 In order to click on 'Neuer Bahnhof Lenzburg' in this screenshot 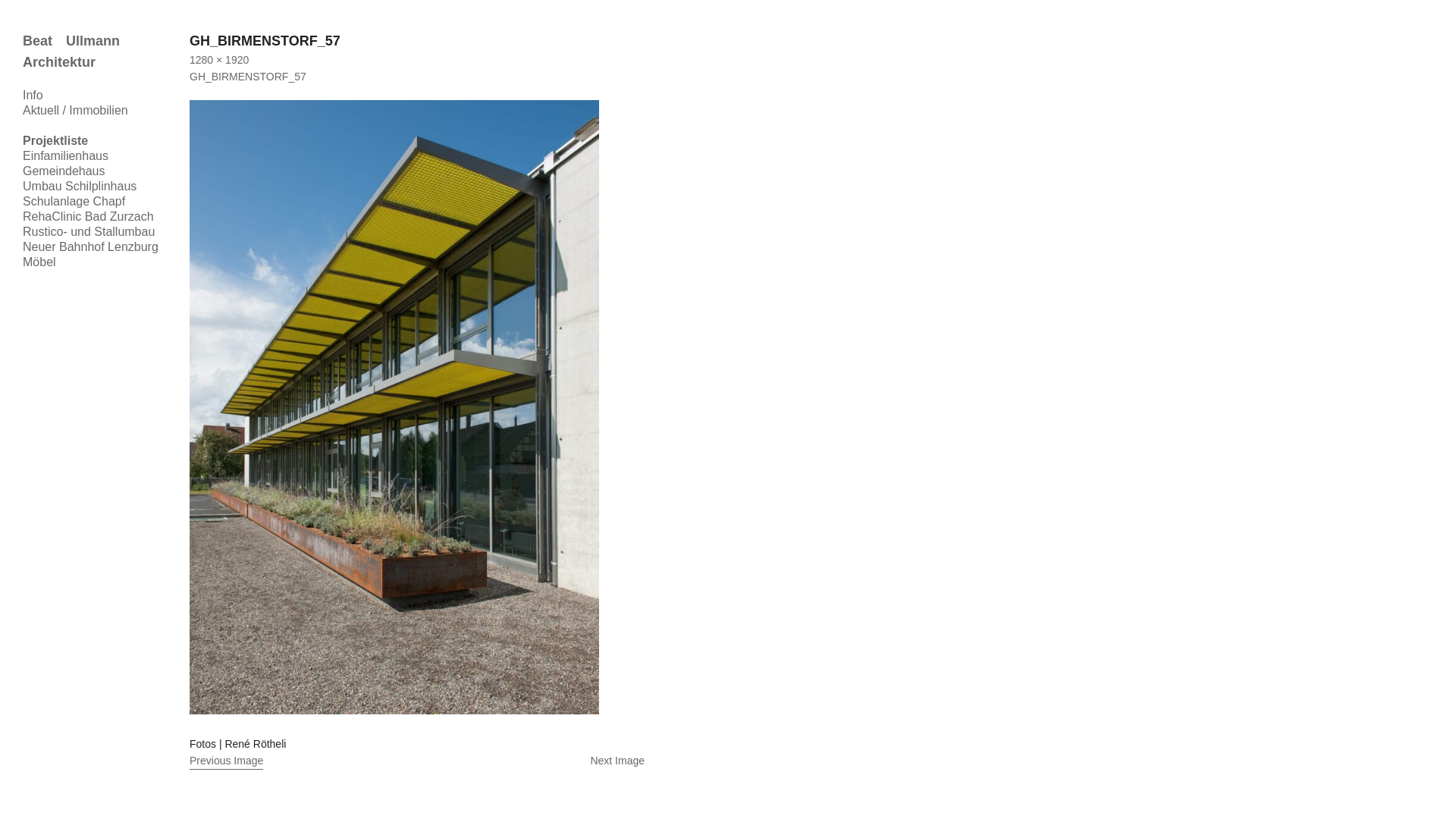, I will do `click(22, 246)`.